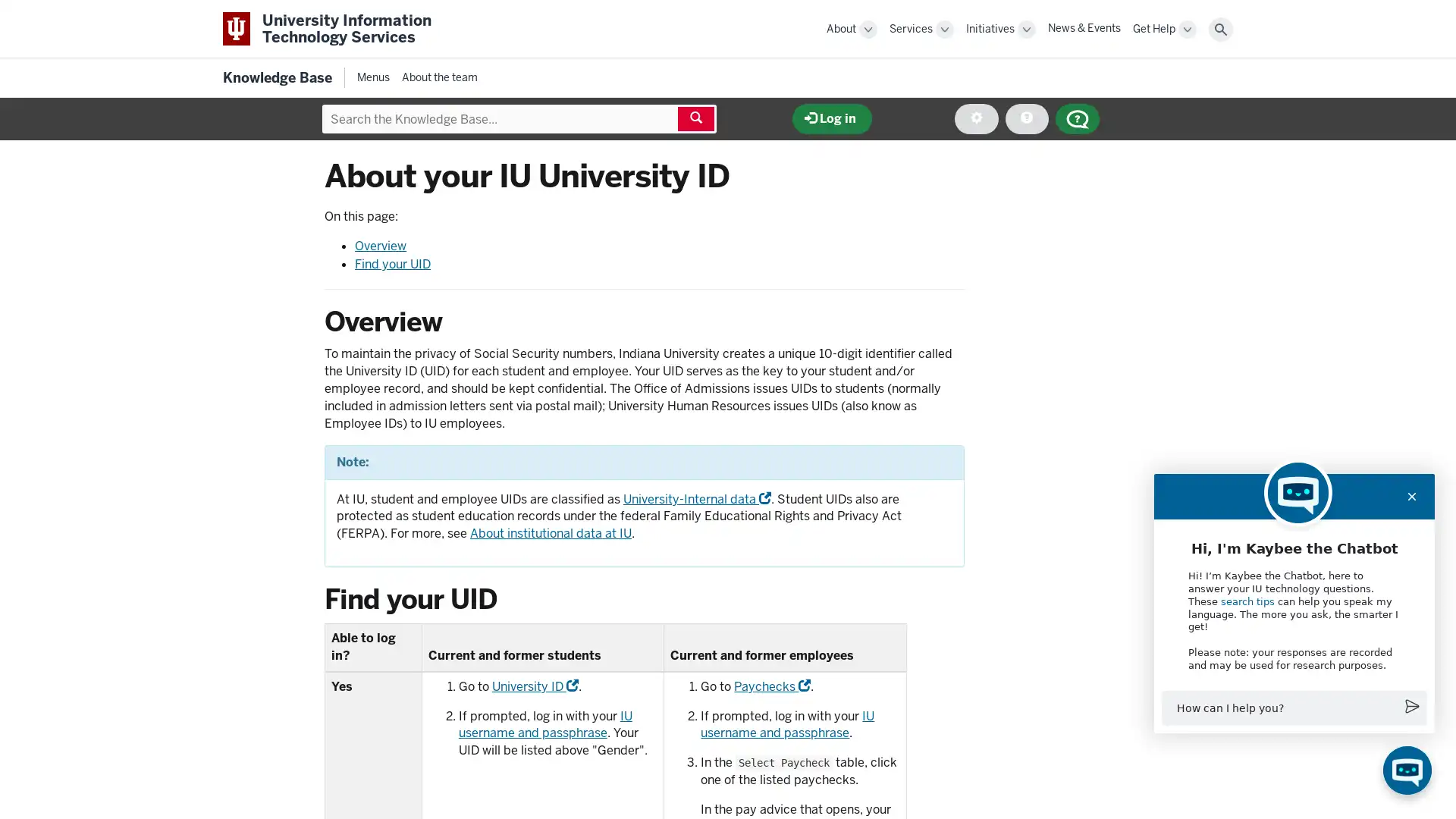 Image resolution: width=1456 pixels, height=819 pixels. Describe the element at coordinates (695, 118) in the screenshot. I see `Search` at that location.